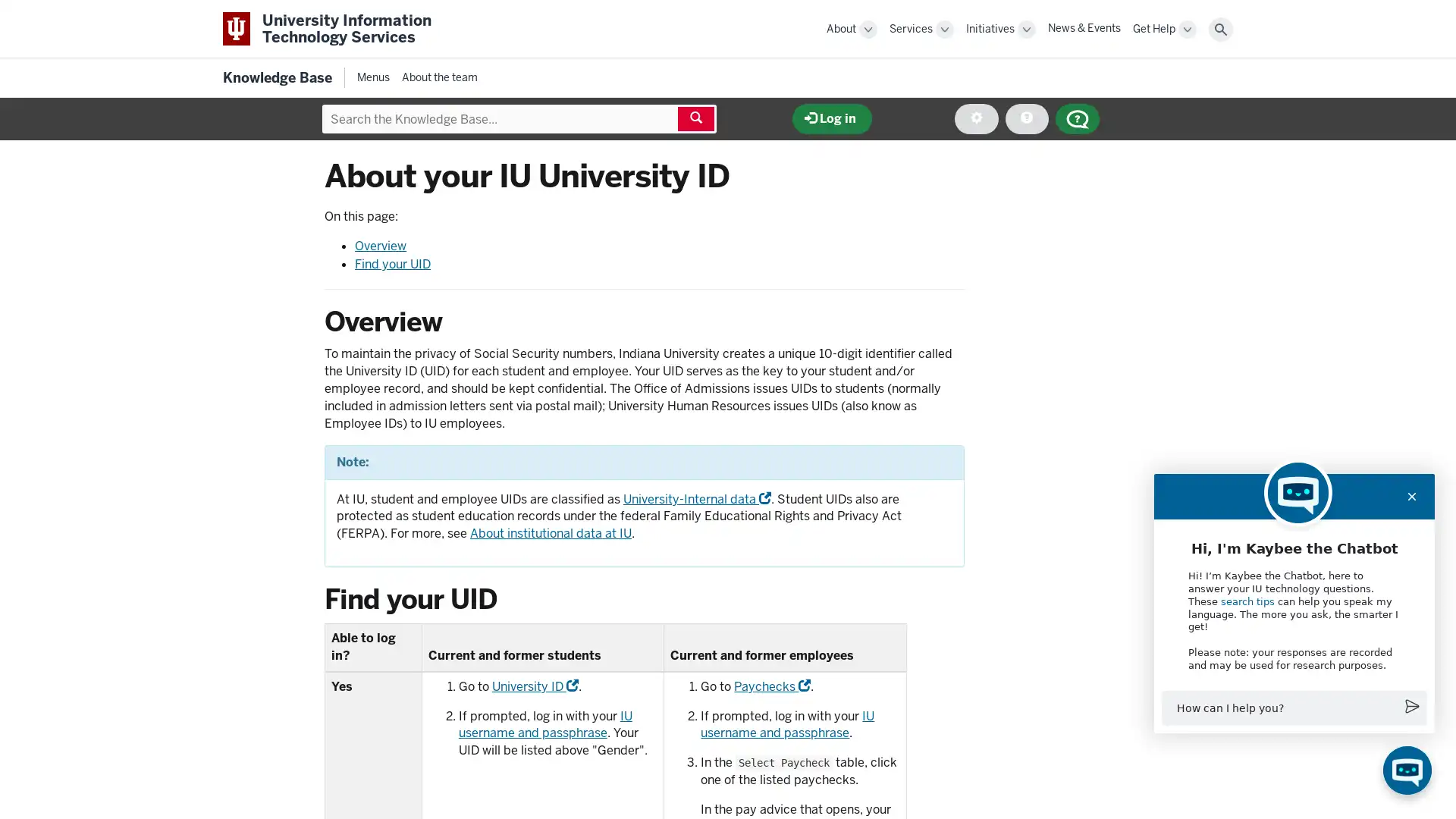 Image resolution: width=1456 pixels, height=819 pixels. Describe the element at coordinates (695, 118) in the screenshot. I see `Search` at that location.